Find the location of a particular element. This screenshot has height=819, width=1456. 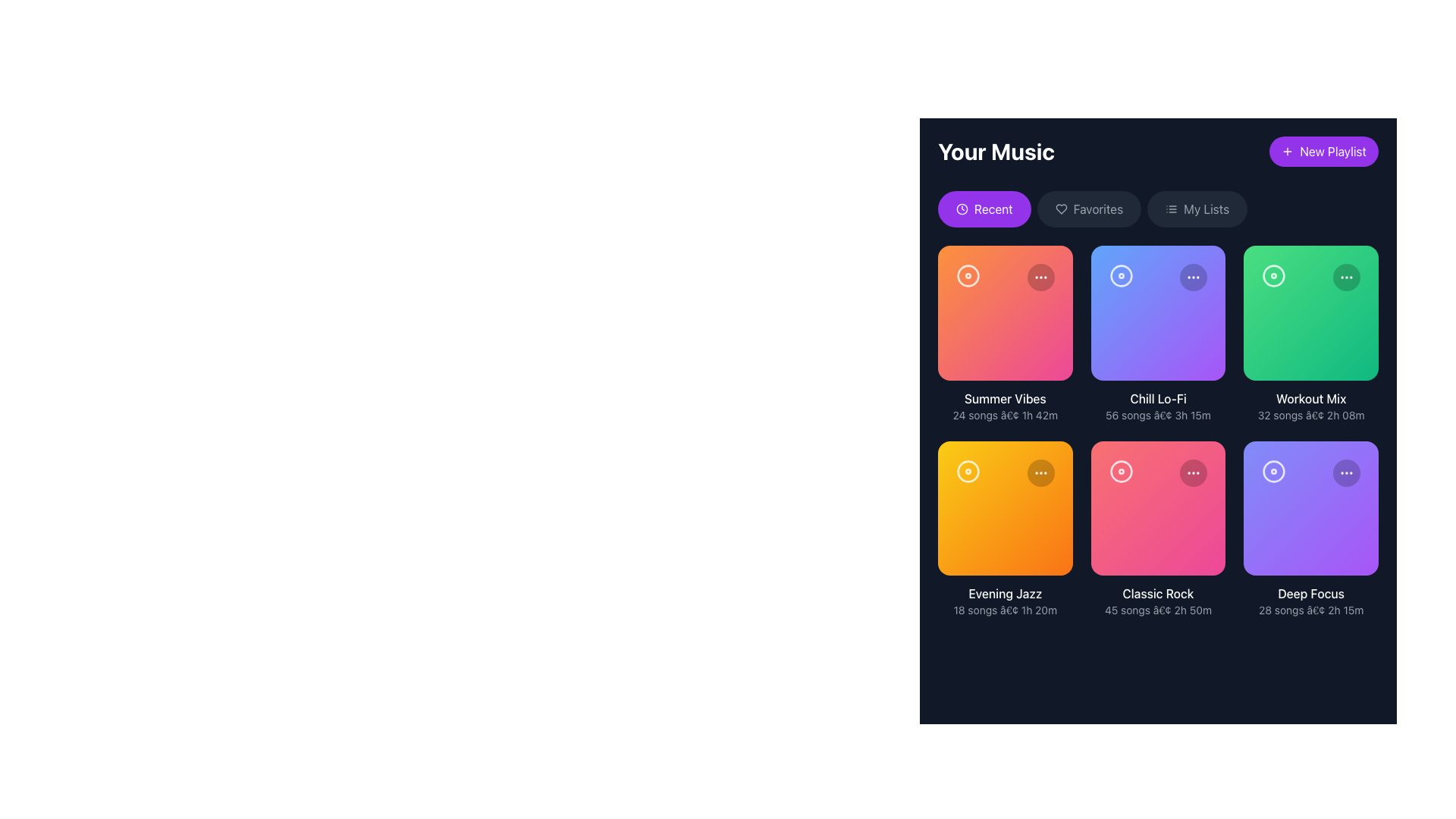

the circular icon or decorative marker located at the top-left corner of the 'Evening Jazz' card is located at coordinates (967, 470).